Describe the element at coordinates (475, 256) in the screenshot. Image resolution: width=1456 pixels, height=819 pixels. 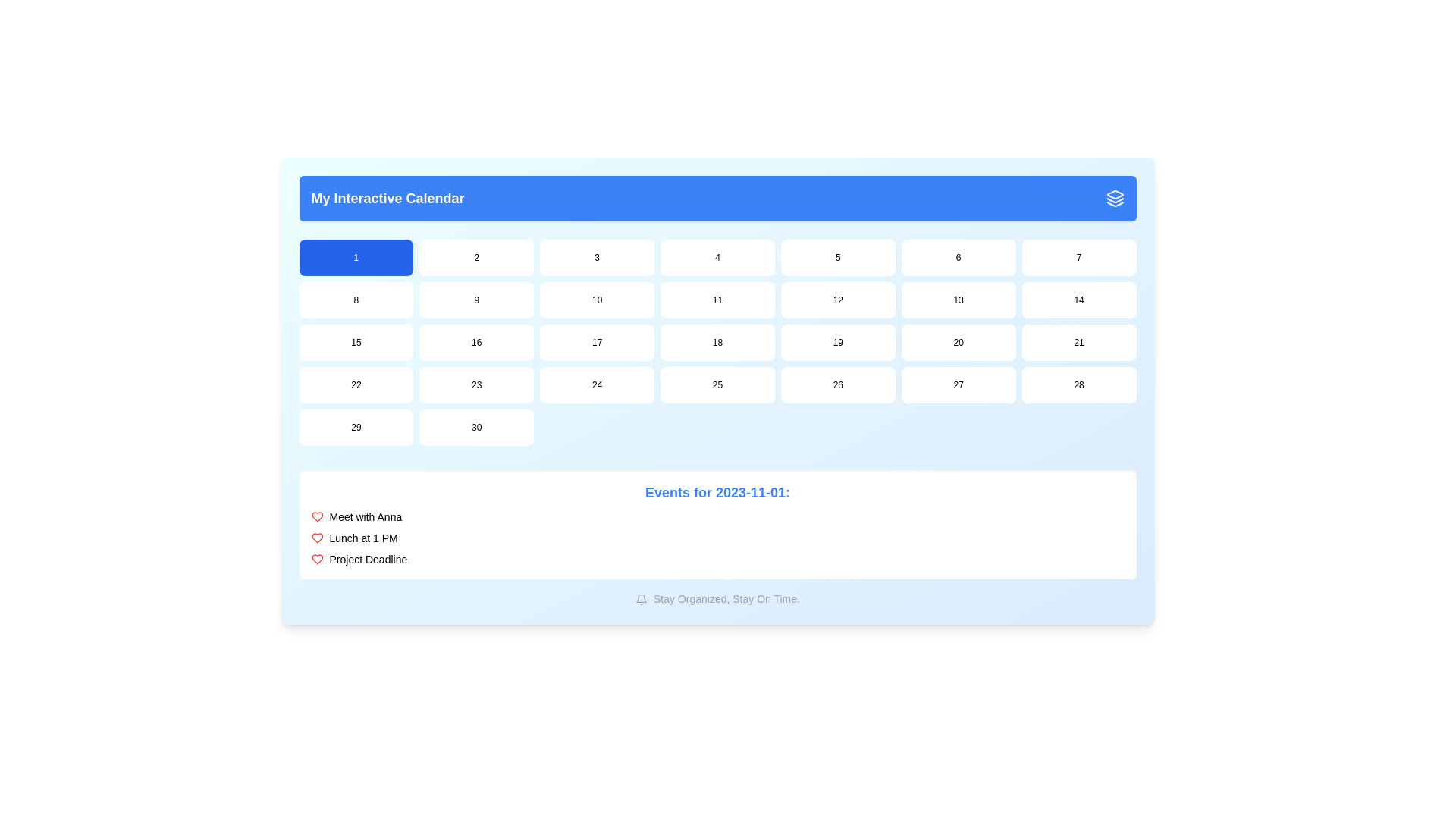
I see `the button displaying the number '2', which is the second button` at that location.